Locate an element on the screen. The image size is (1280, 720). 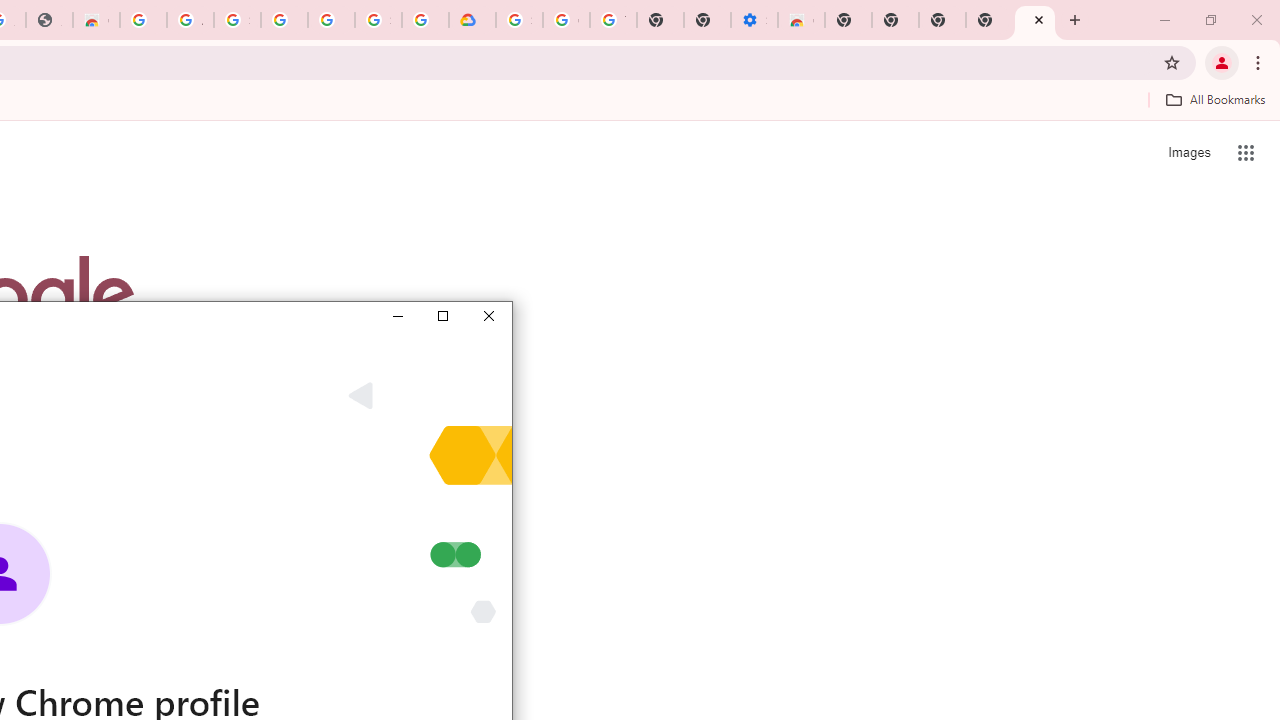
'New Tab' is located at coordinates (989, 20).